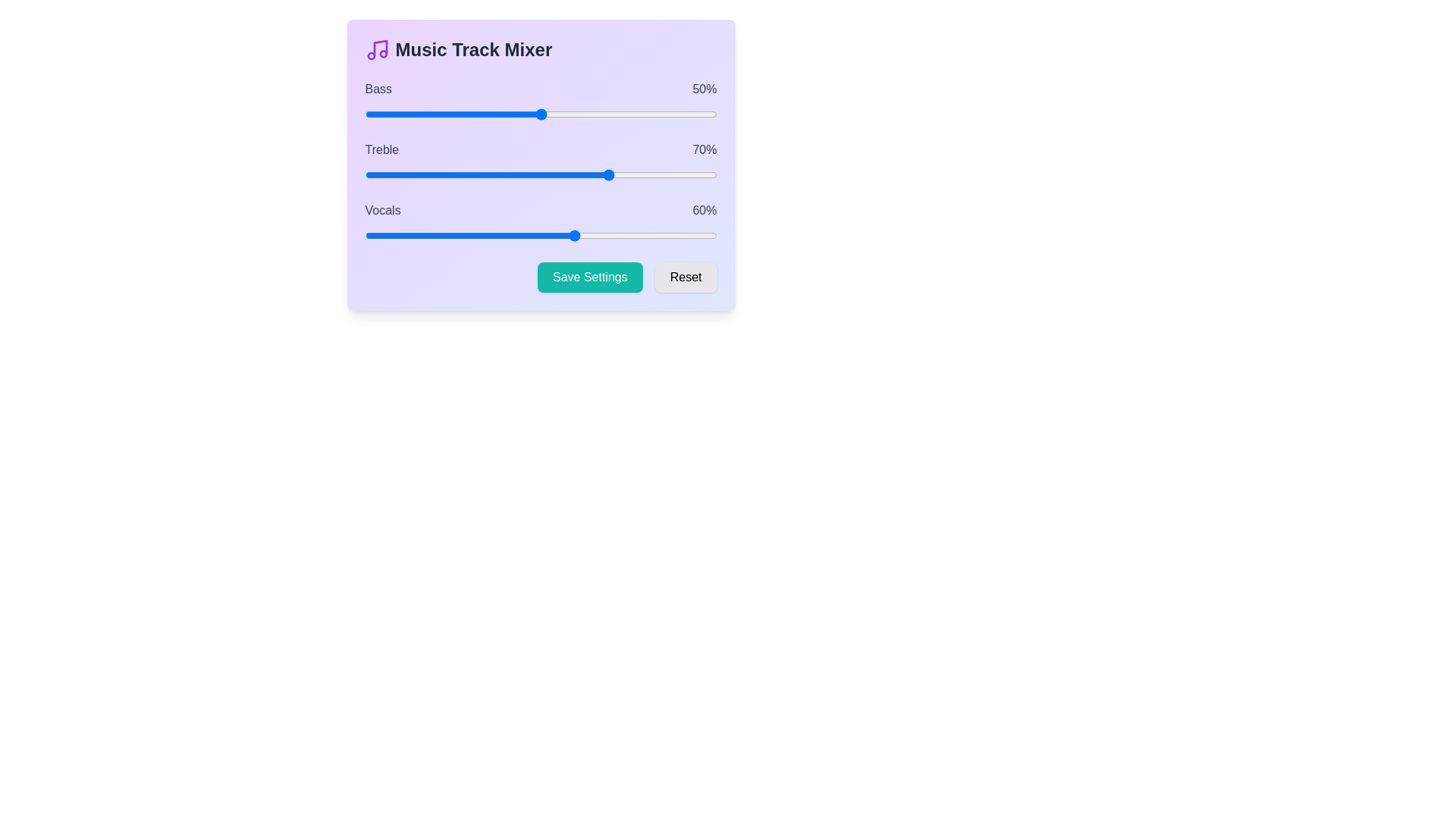 Image resolution: width=1456 pixels, height=819 pixels. I want to click on 'Save Settings' button to save the current settings, so click(589, 278).